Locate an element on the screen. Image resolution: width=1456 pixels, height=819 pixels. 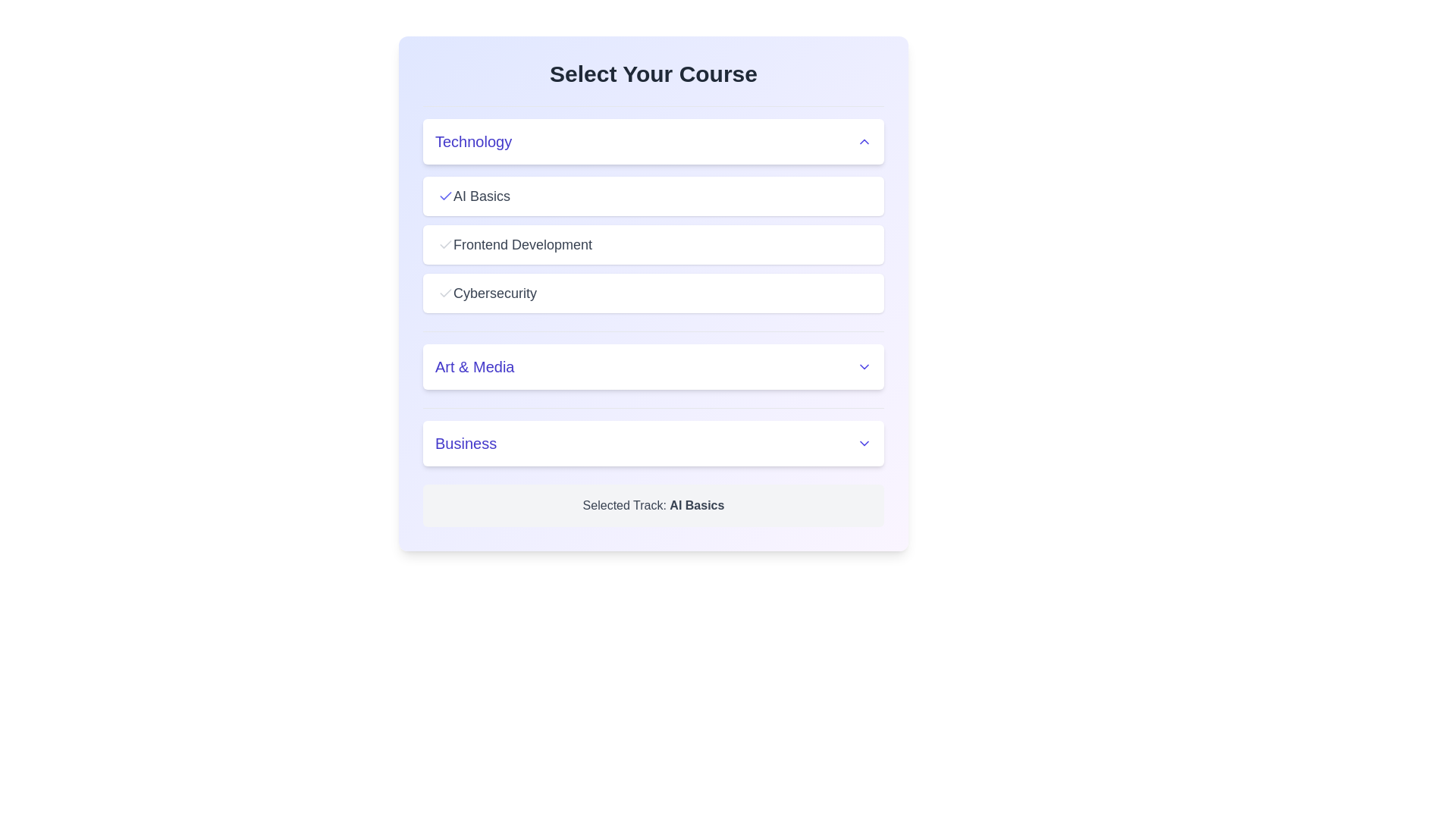
on the highlighted option 'Frontend Development' within the grouped list of selectable items under the 'Technology' category is located at coordinates (654, 244).